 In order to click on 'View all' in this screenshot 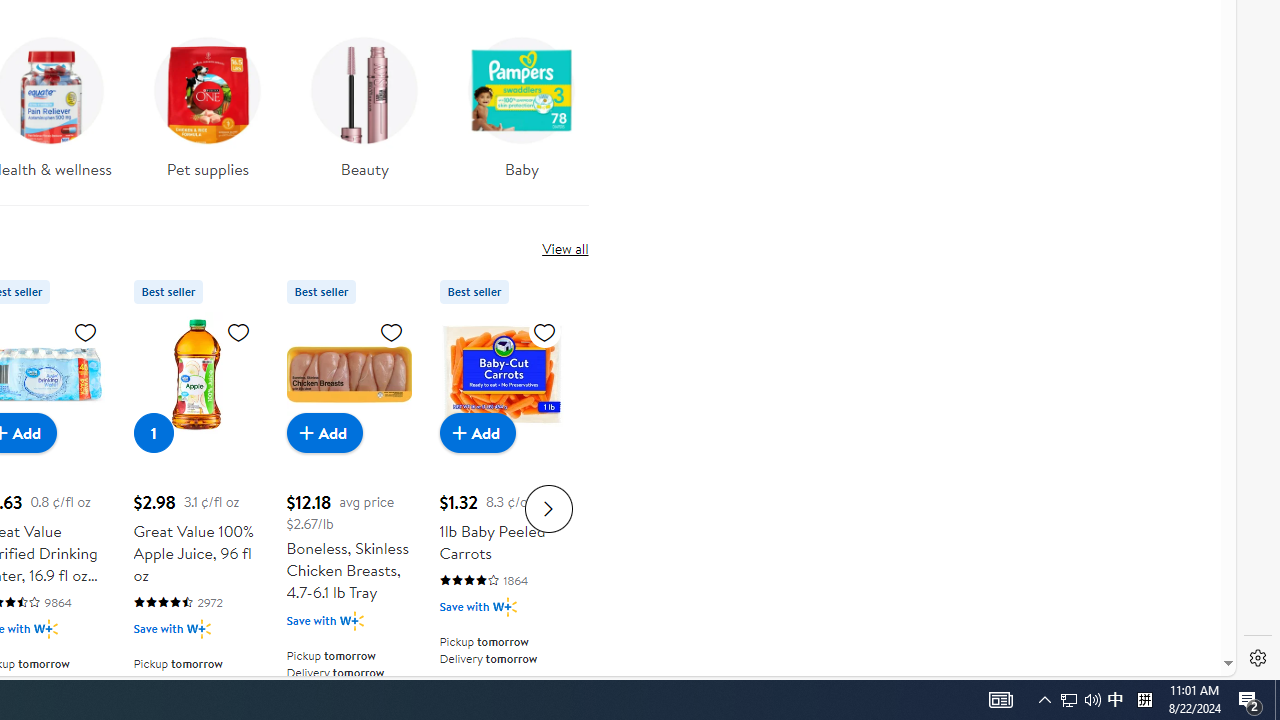, I will do `click(564, 247)`.